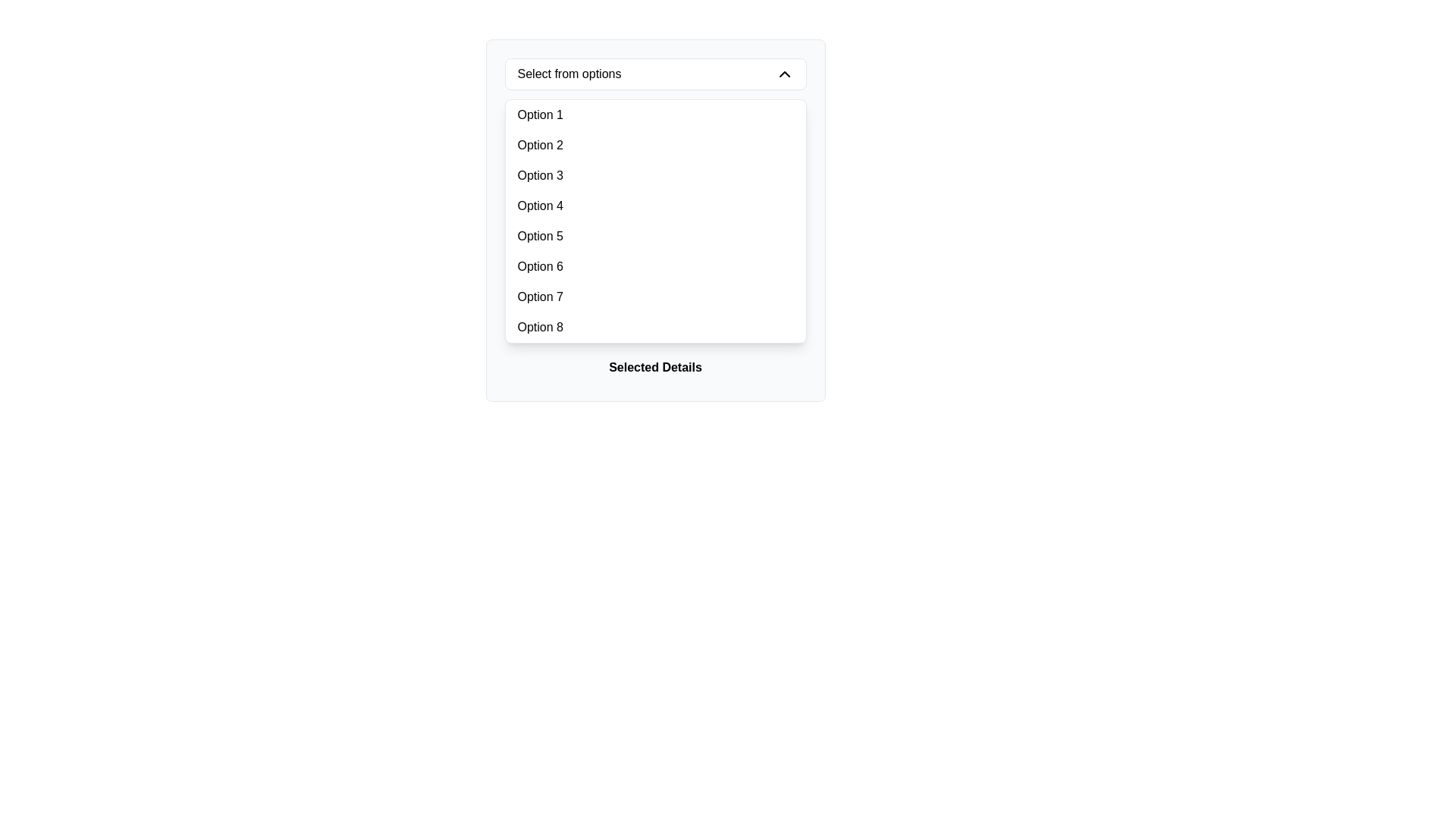 The image size is (1456, 819). I want to click on the third option in the dropdown menu, so click(655, 174).